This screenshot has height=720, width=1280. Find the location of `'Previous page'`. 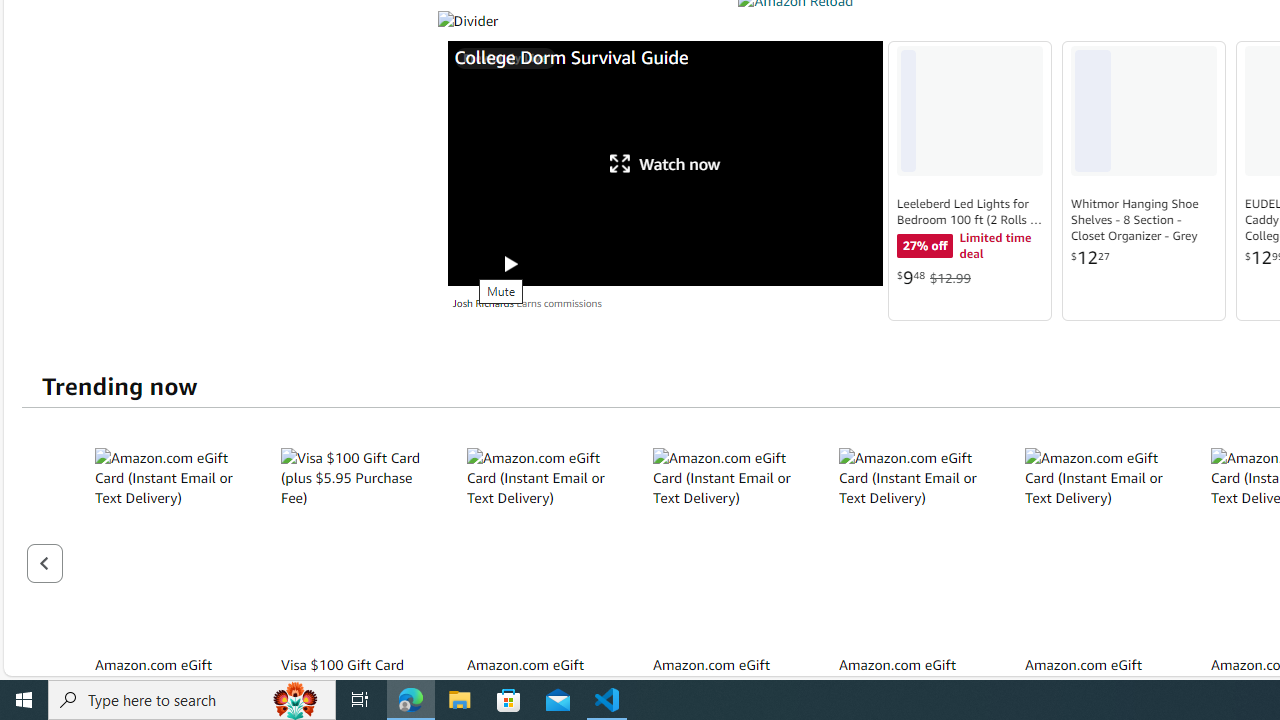

'Previous page' is located at coordinates (44, 563).